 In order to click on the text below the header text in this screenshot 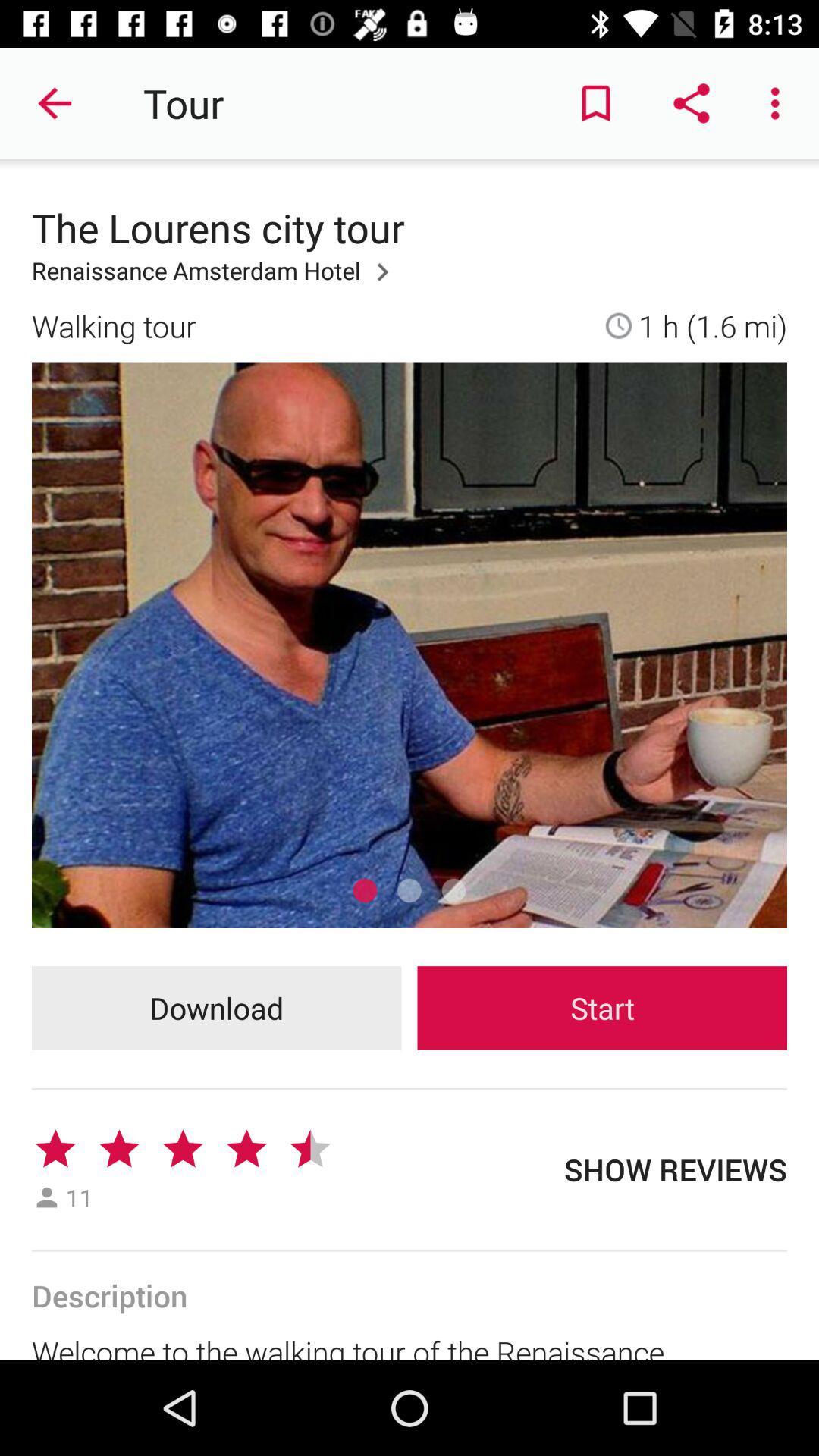, I will do `click(216, 280)`.